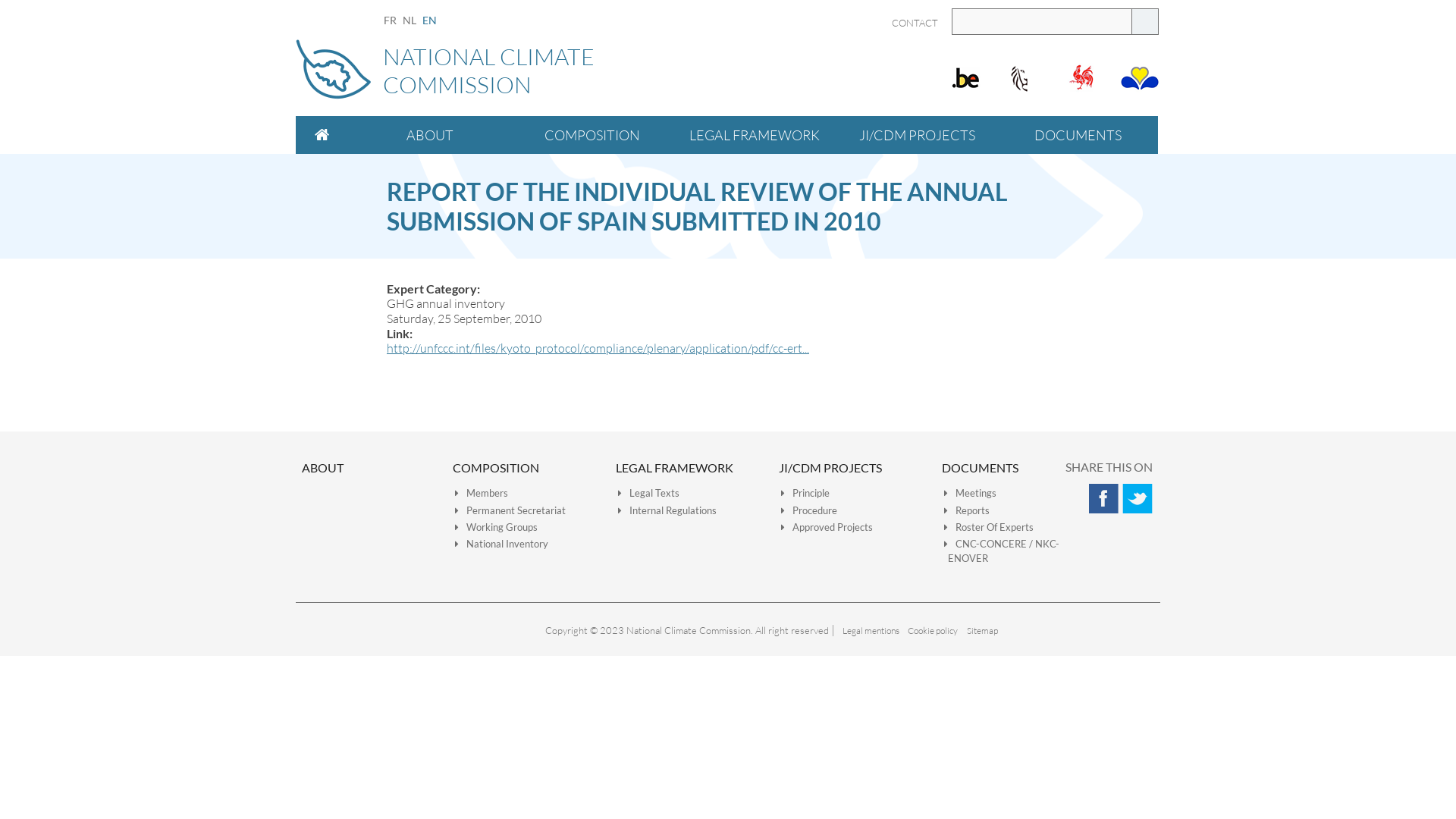 This screenshot has height=819, width=1456. I want to click on 'Internal Regulations', so click(667, 510).